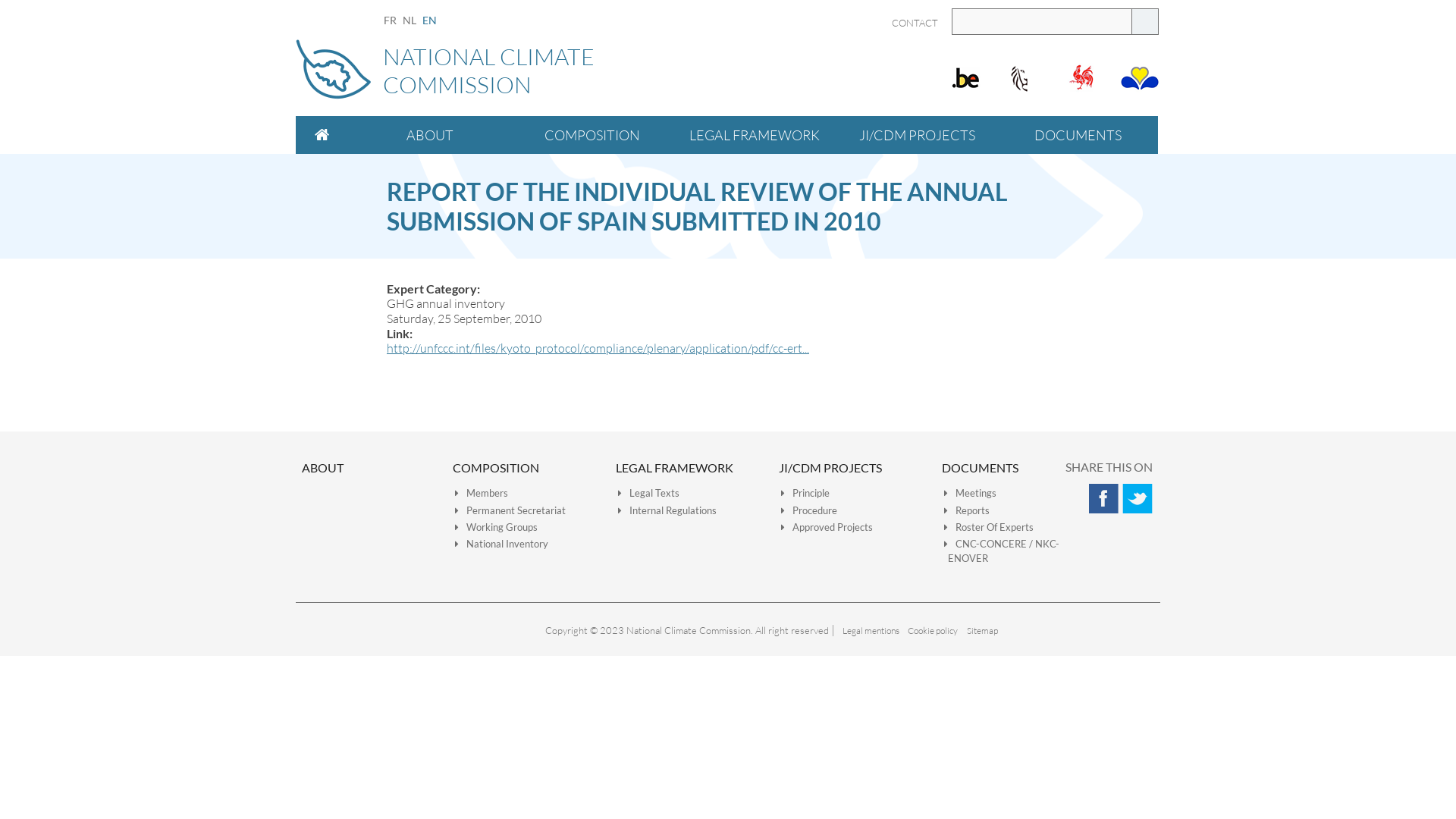 This screenshot has height=819, width=1456. I want to click on 'Internal Regulations', so click(667, 510).